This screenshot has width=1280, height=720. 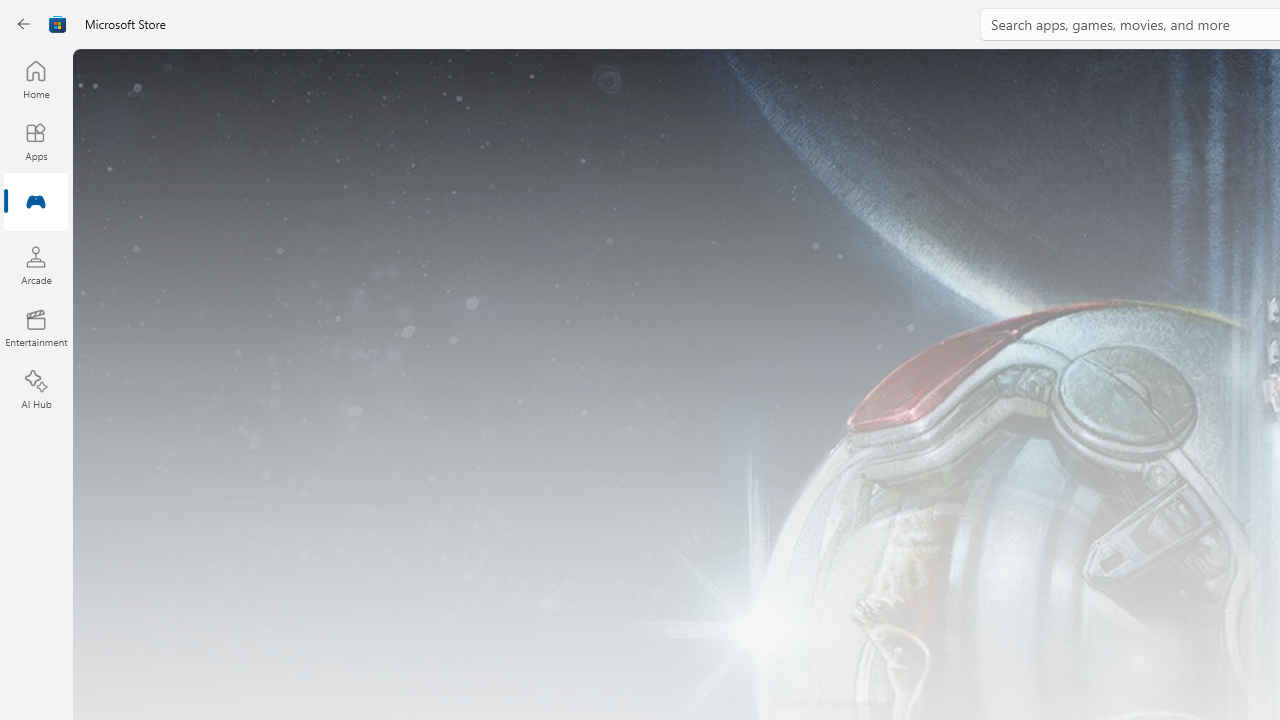 I want to click on 'AI Hub', so click(x=35, y=390).